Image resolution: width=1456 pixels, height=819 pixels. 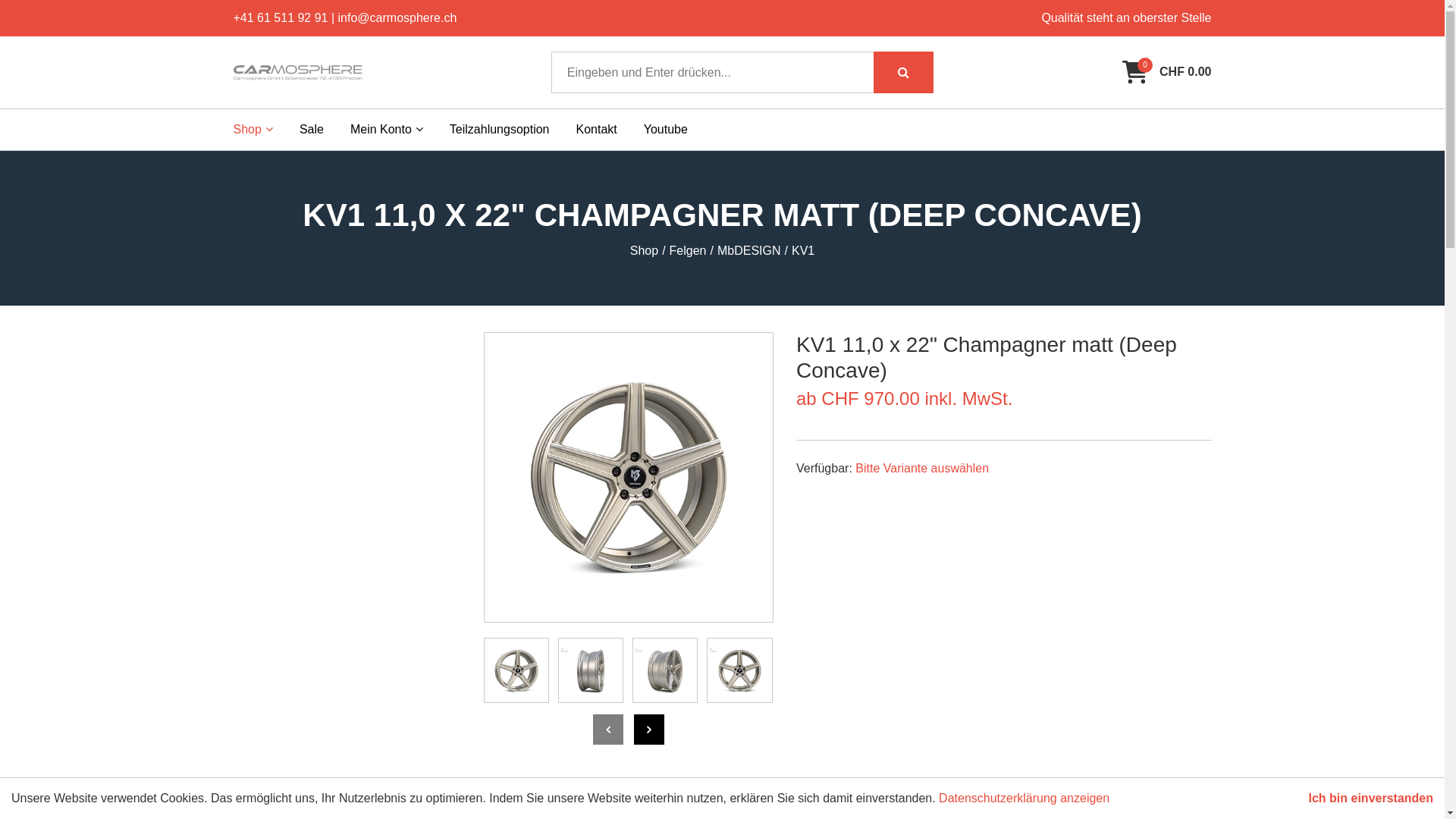 What do you see at coordinates (575, 128) in the screenshot?
I see `'Kontakt'` at bounding box center [575, 128].